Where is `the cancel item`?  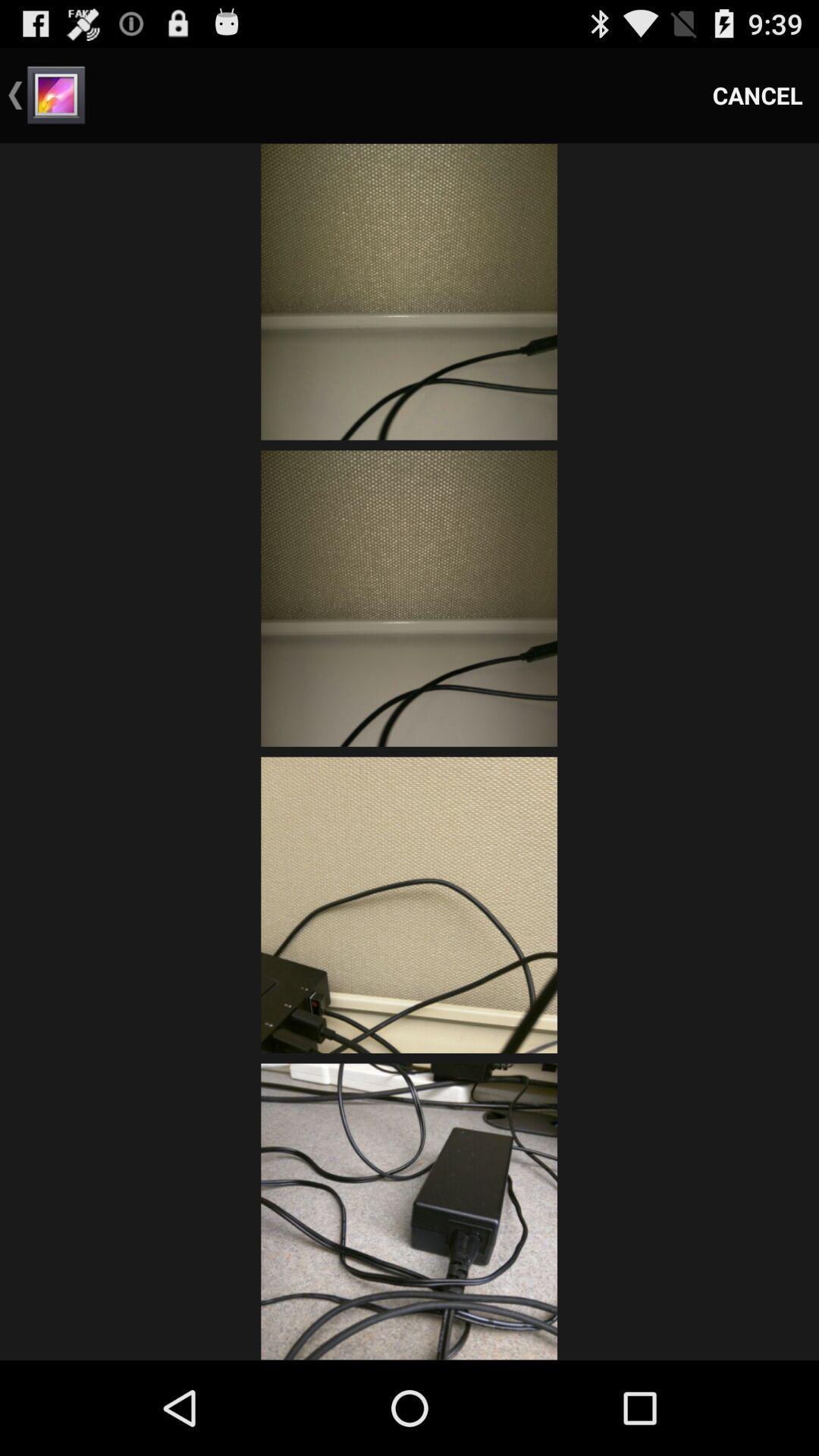
the cancel item is located at coordinates (758, 94).